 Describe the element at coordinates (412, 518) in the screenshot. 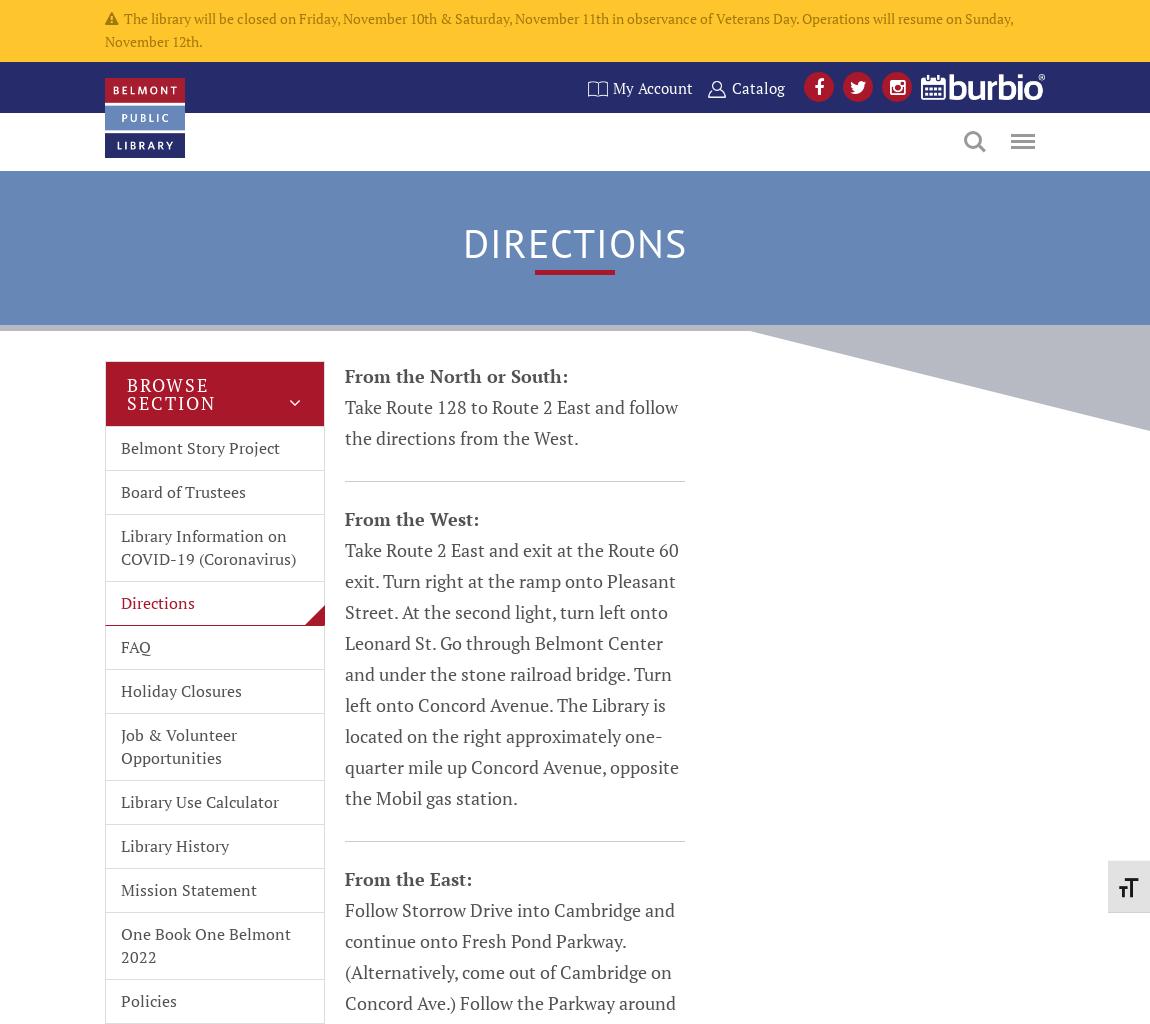

I see `'From the West:'` at that location.